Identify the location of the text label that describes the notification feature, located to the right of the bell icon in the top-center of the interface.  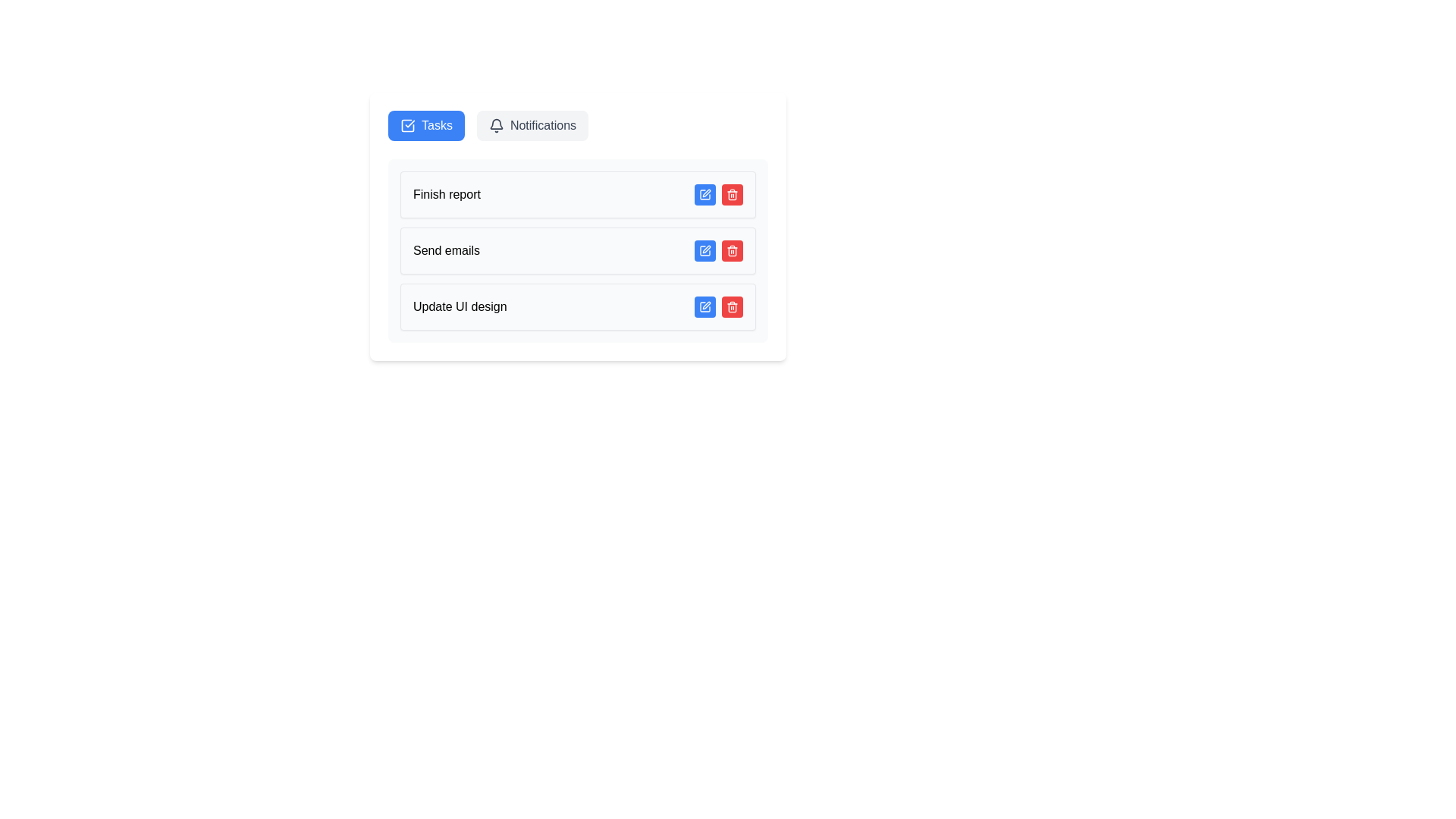
(543, 124).